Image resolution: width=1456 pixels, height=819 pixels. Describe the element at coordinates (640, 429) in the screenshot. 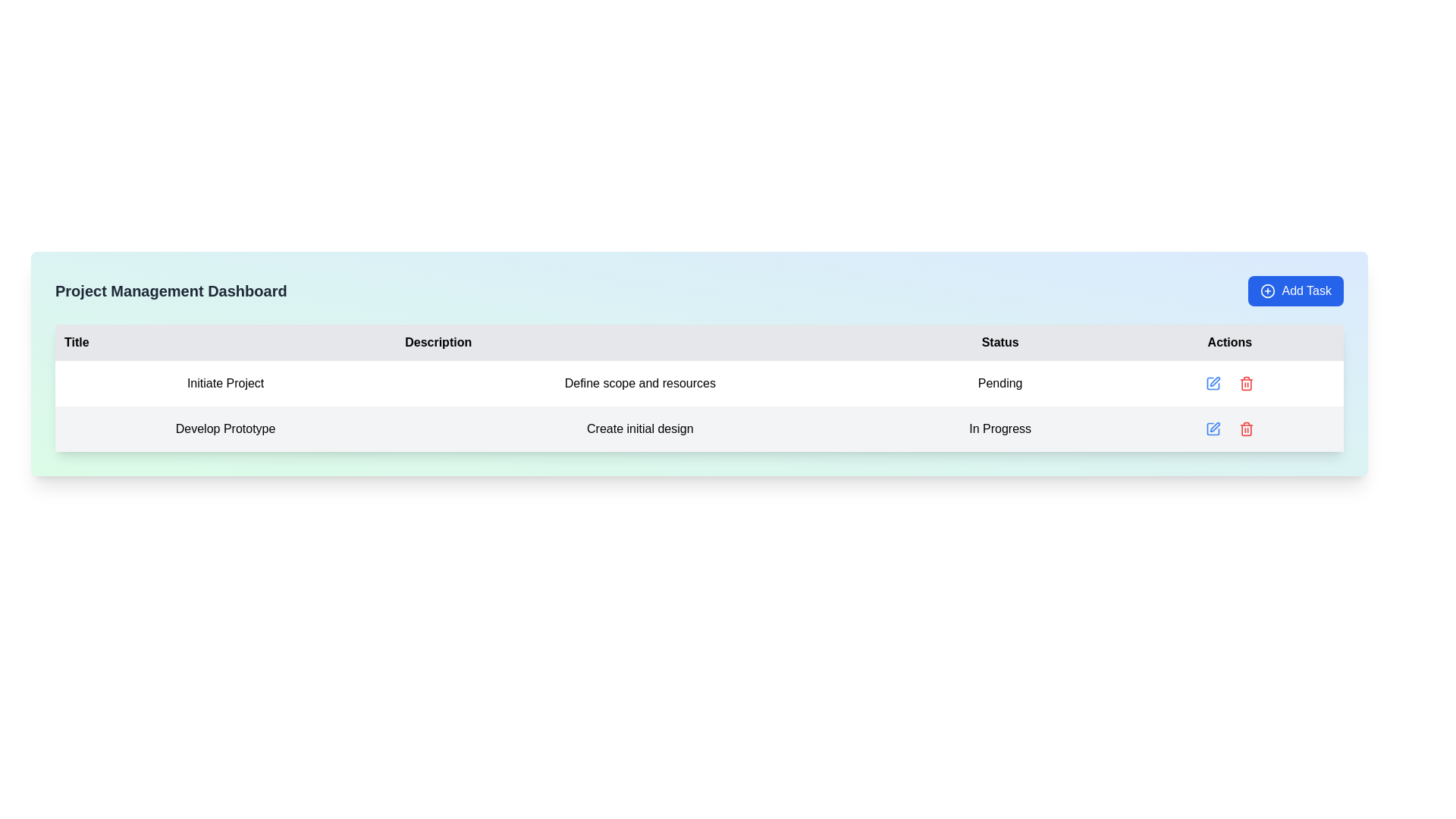

I see `the text label 'Create initial design' located in the third column of the second row of the table` at that location.